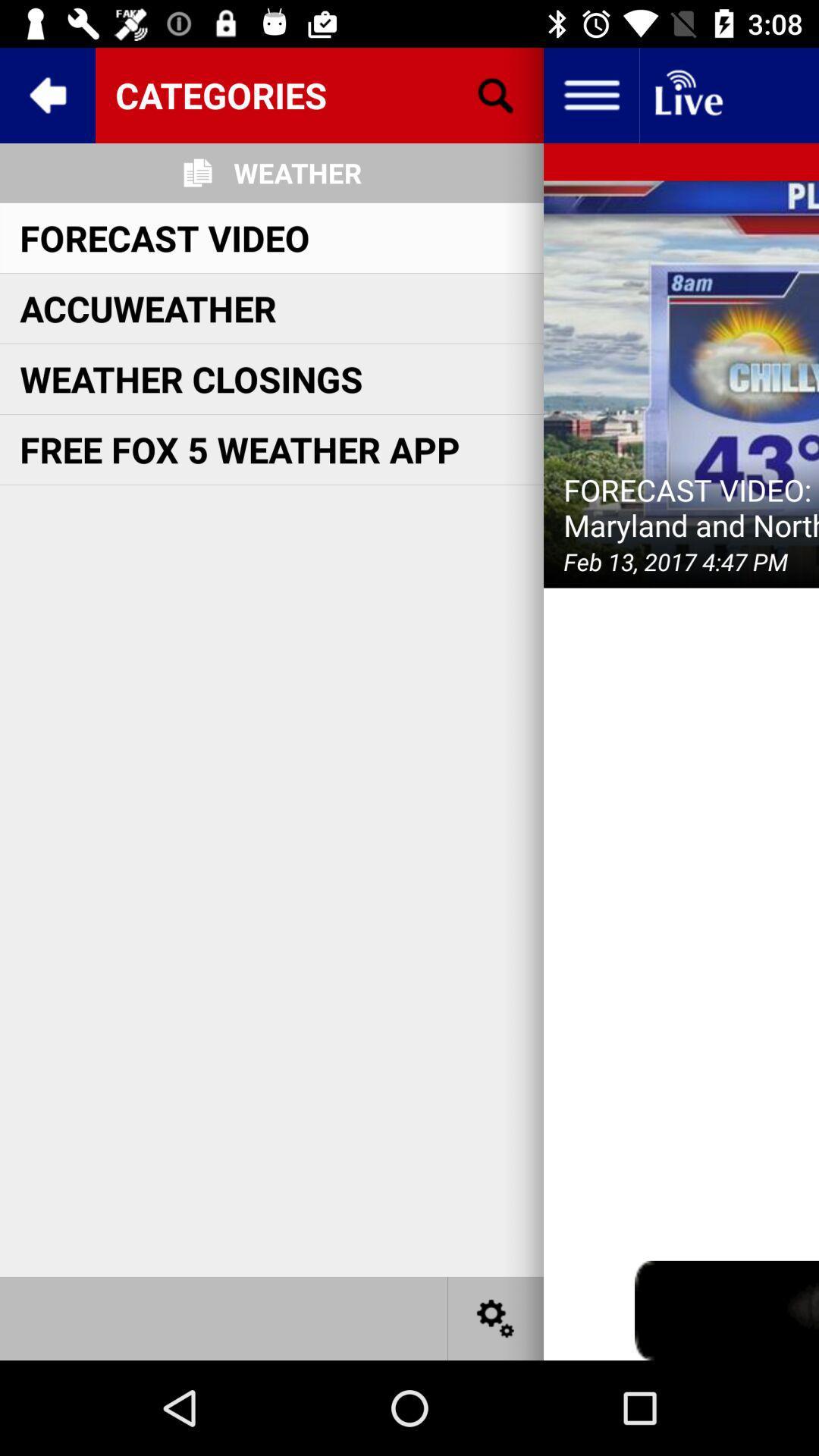  What do you see at coordinates (46, 94) in the screenshot?
I see `go back` at bounding box center [46, 94].